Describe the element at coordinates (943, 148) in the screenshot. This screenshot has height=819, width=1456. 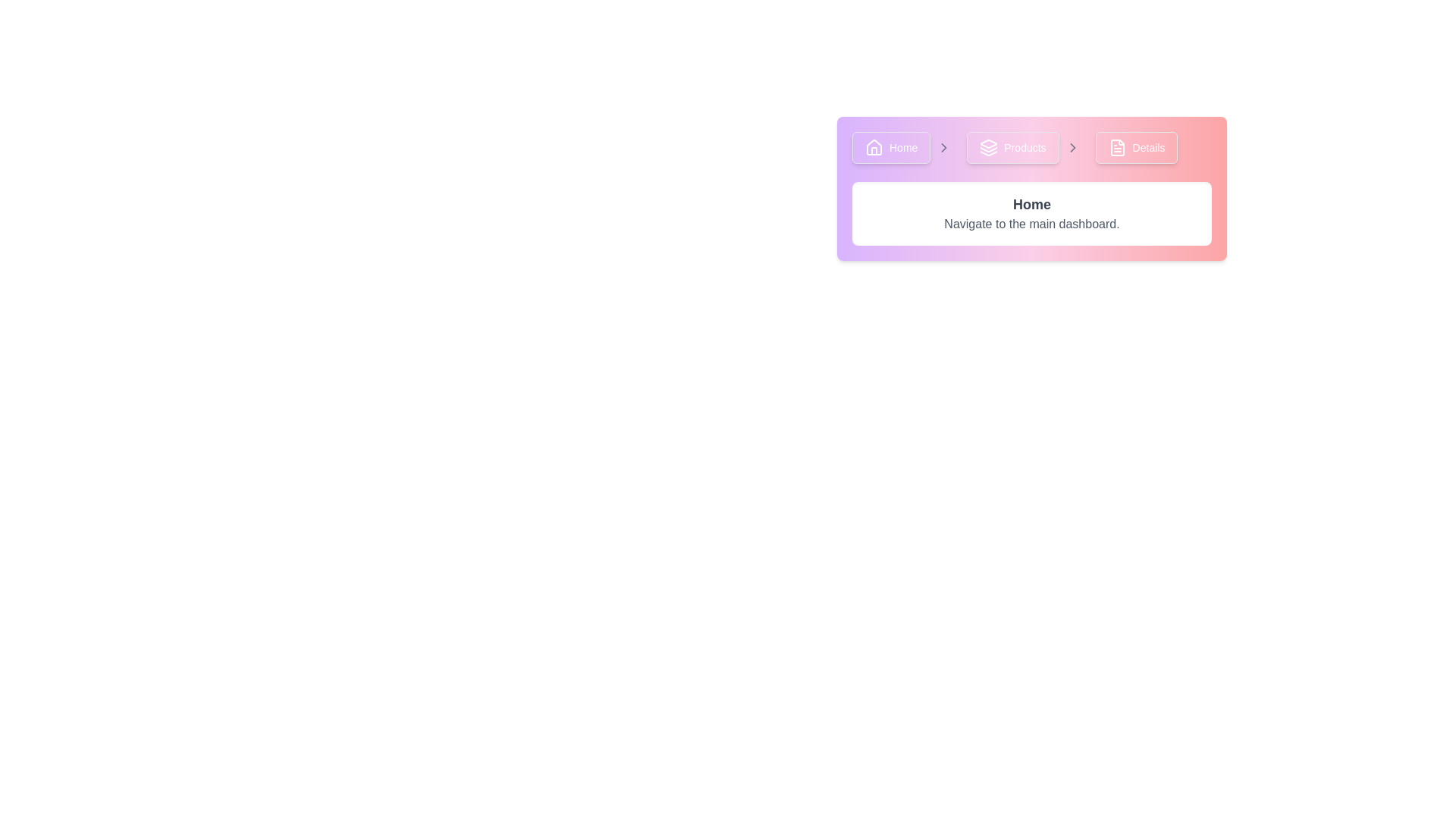
I see `the right-pointing arrow-shaped icon located in the middle section of the horizontal navigation bar, positioned between the 'Home' text button and the 'Products' button` at that location.